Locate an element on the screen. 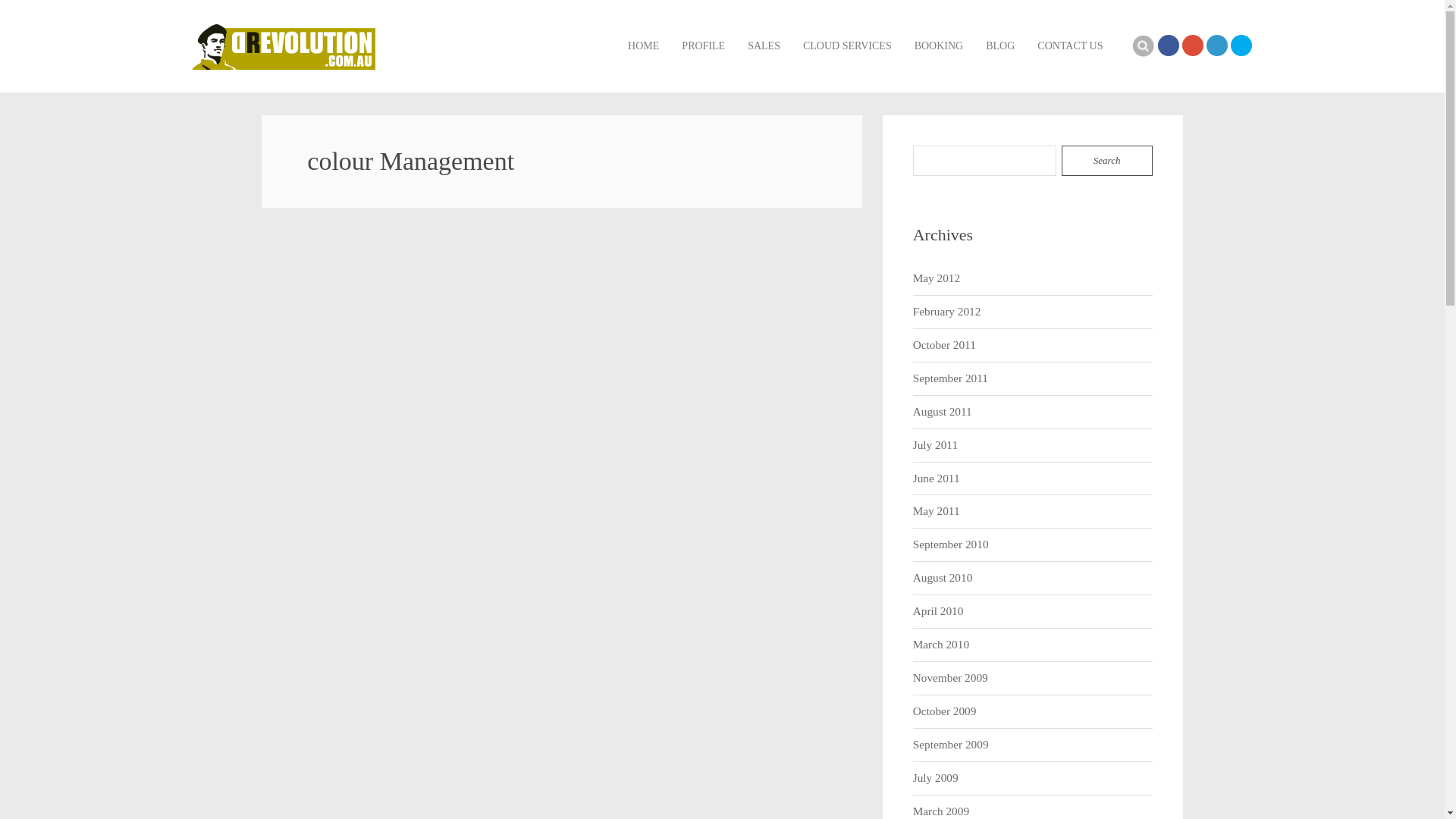 The width and height of the screenshot is (1456, 819). 'June 2011' is located at coordinates (935, 479).